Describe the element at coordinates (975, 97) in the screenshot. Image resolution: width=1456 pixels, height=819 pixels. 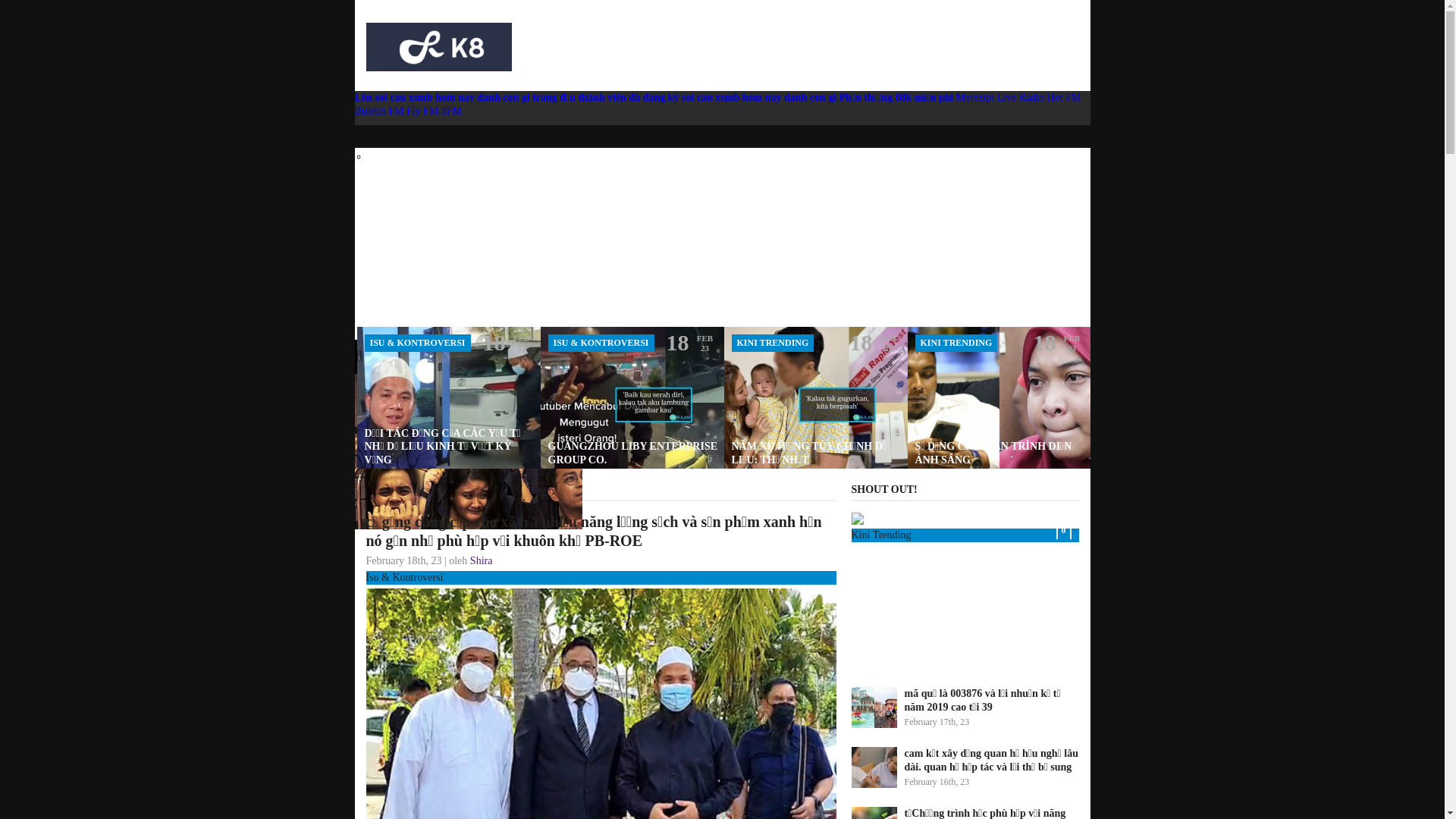
I see `'Myresipi'` at that location.